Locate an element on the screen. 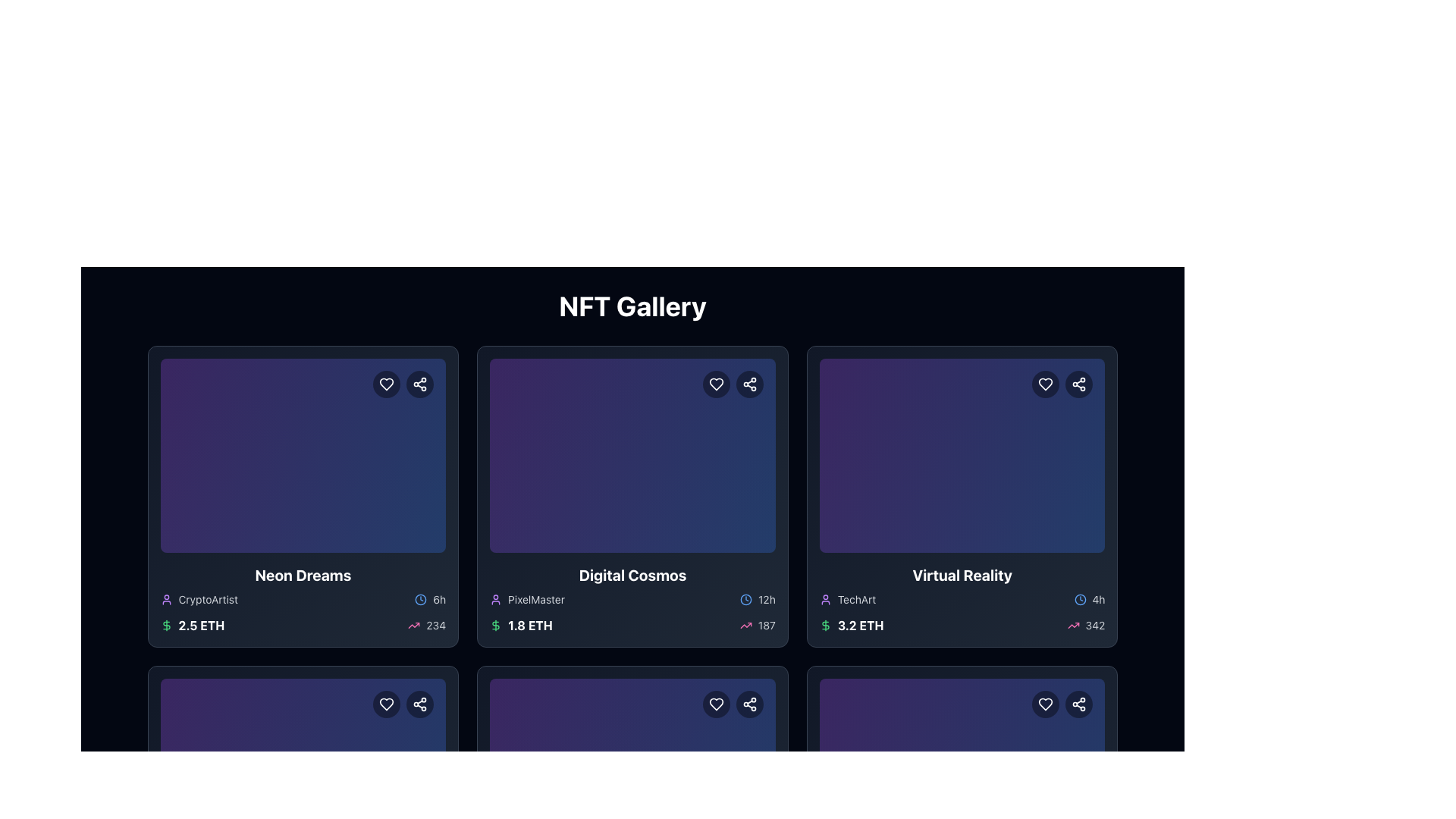 The image size is (1456, 819). text that serves as a title or label for the content related to 'Virtual Reality', located at the bottom center of the third card in a row is located at coordinates (962, 576).